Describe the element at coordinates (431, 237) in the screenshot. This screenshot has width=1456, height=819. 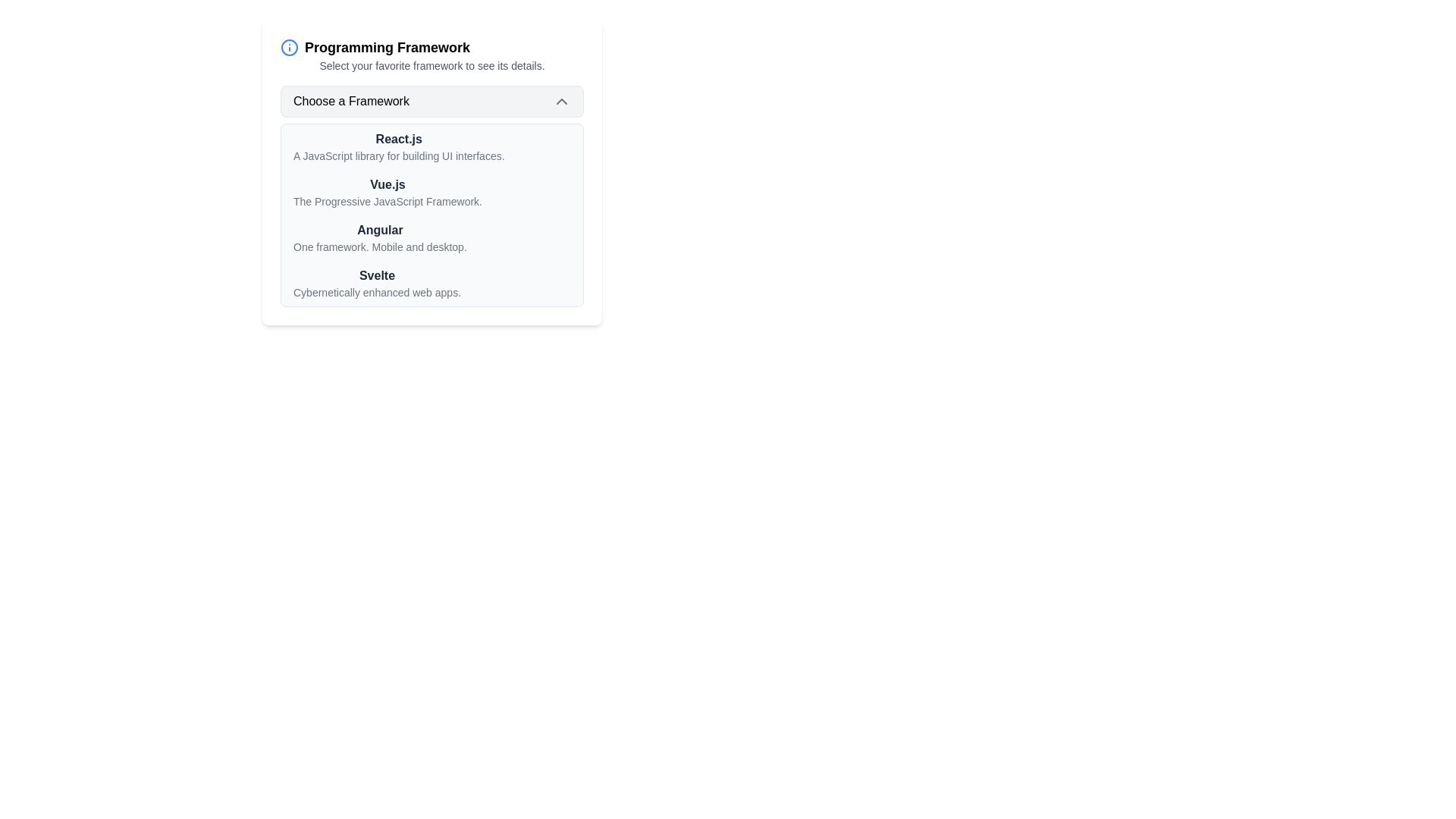
I see `the third item in the selection menu representing the Angular framework` at that location.